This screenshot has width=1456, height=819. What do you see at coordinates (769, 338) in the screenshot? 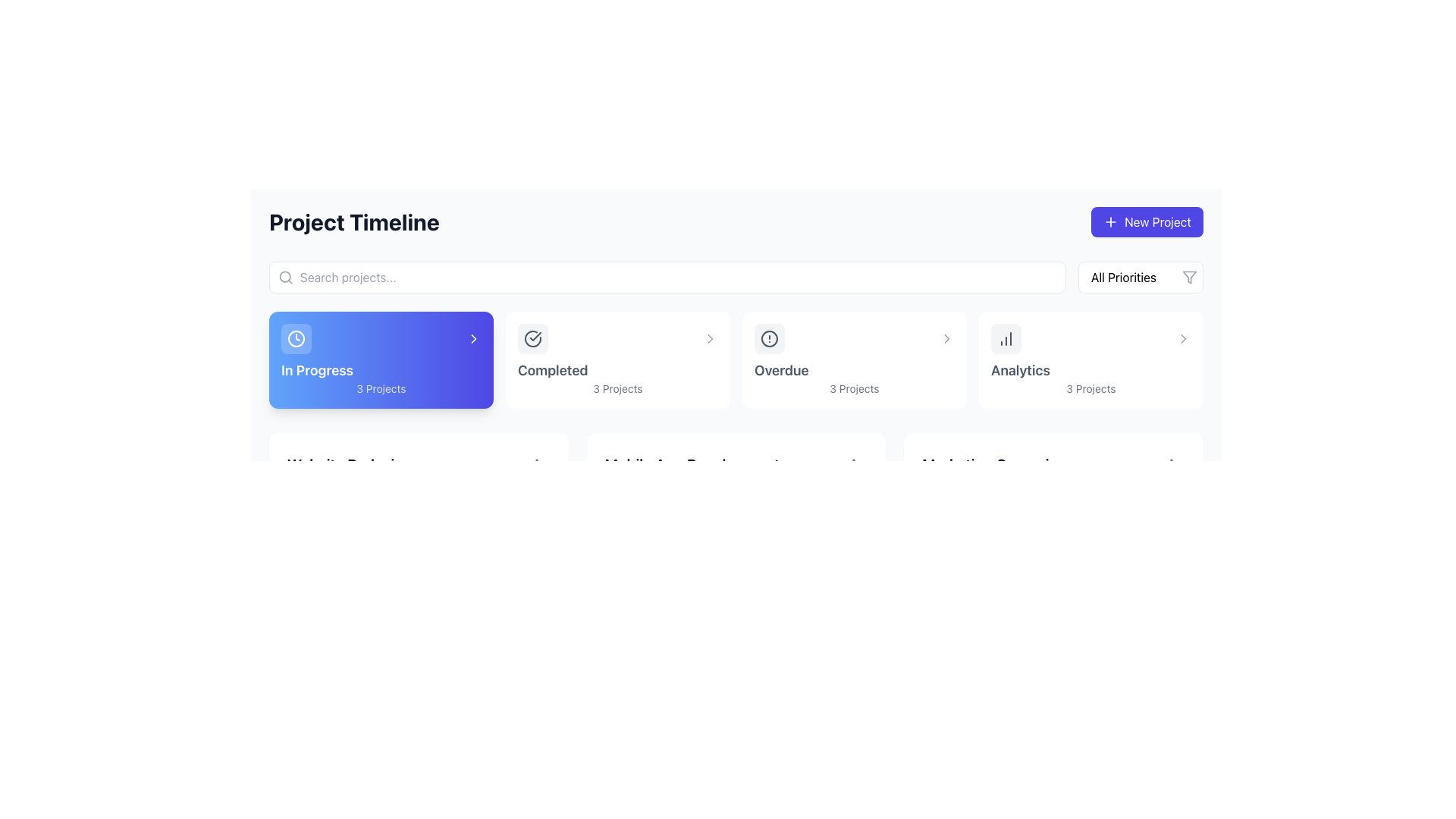
I see `the alert icon that indicates the 'Overdue' status of the card it is in, located at the center of the icon's position` at bounding box center [769, 338].